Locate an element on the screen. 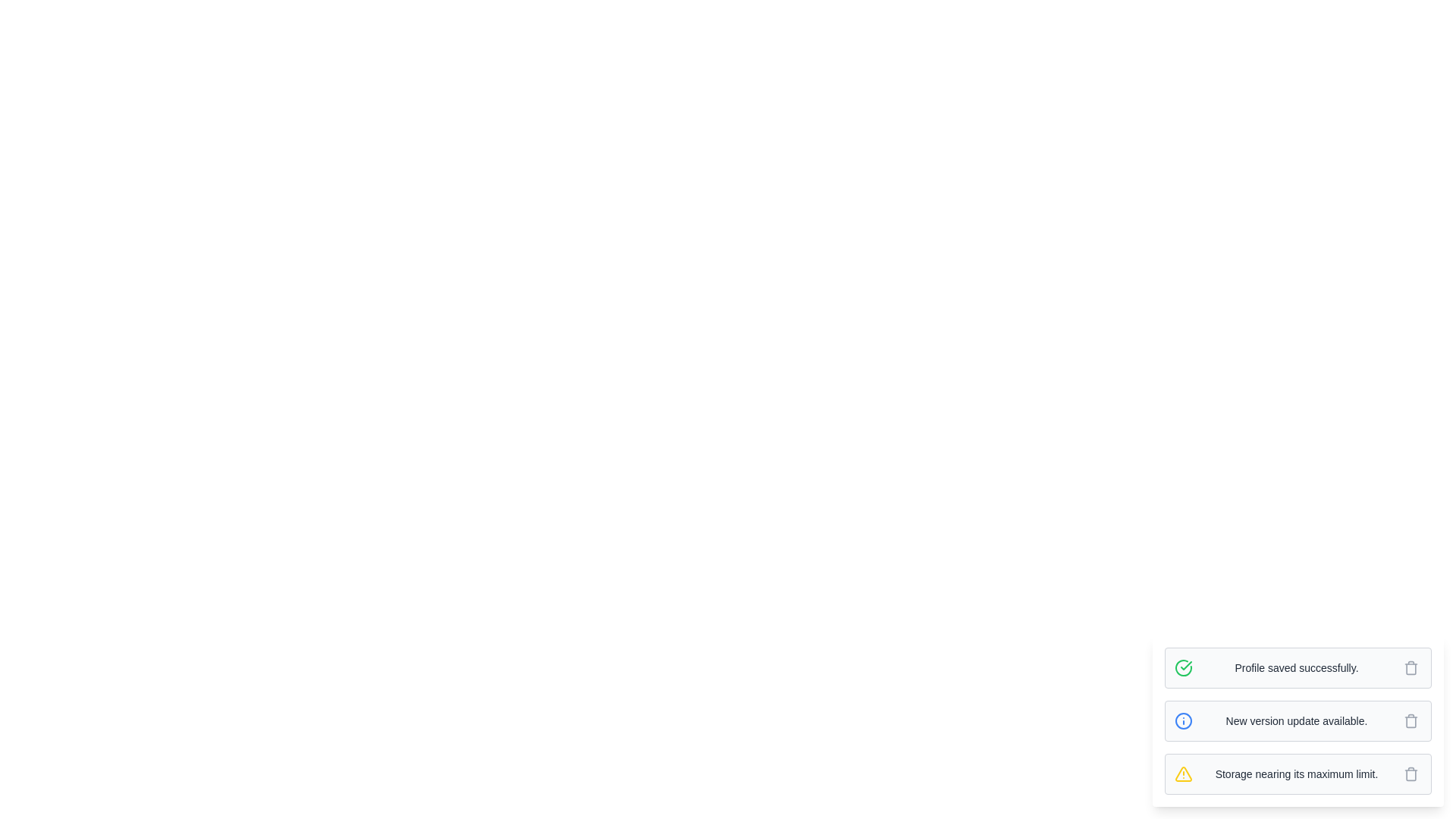 Image resolution: width=1456 pixels, height=819 pixels. the message 'Profile saved successfully.' to observe the hover effect is located at coordinates (1298, 667).